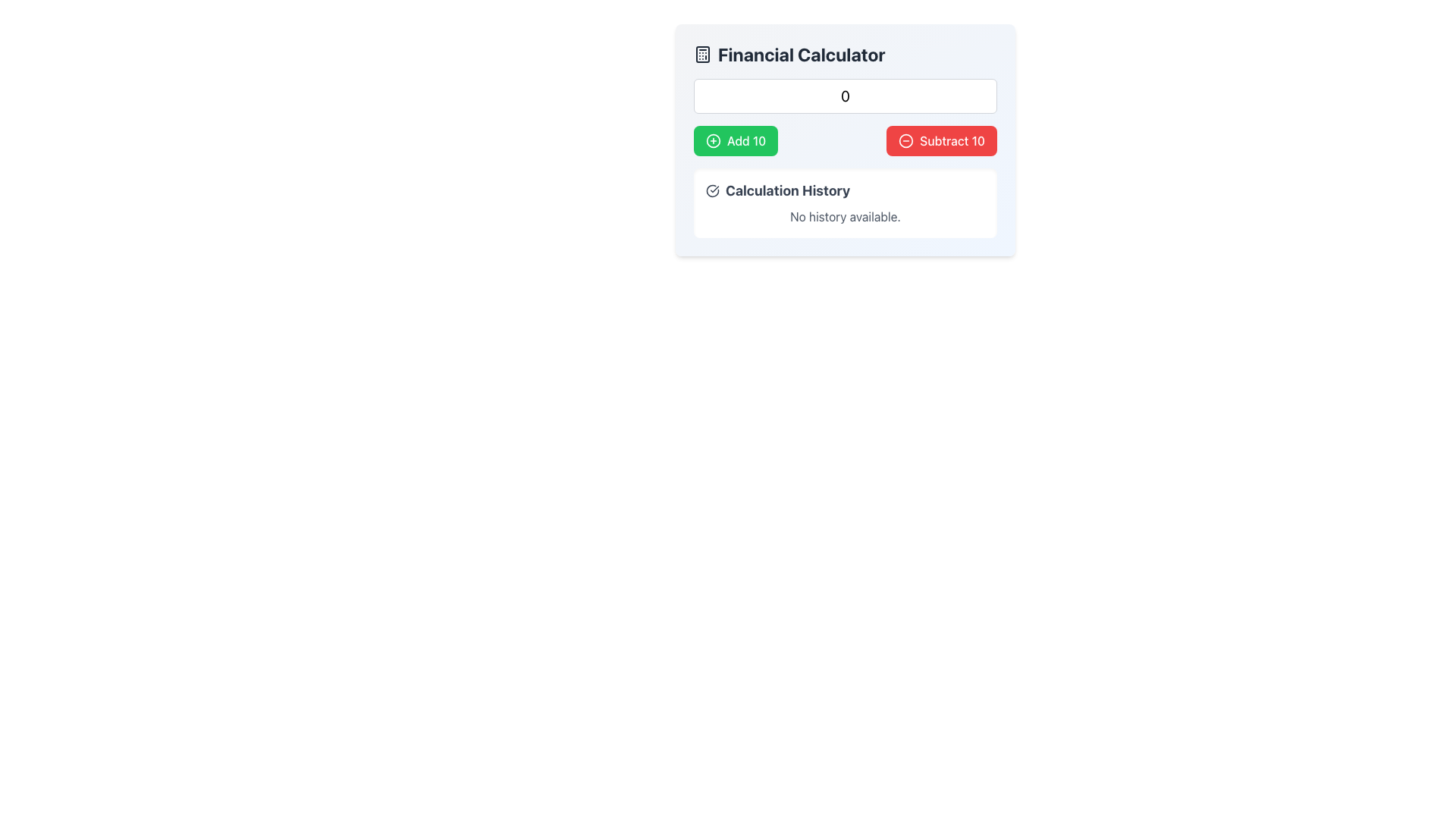 The height and width of the screenshot is (819, 1456). I want to click on the Text Label that serves as a descriptive title for the application or section, positioned at the top of the card layout above the text input field displaying '0', so click(844, 54).